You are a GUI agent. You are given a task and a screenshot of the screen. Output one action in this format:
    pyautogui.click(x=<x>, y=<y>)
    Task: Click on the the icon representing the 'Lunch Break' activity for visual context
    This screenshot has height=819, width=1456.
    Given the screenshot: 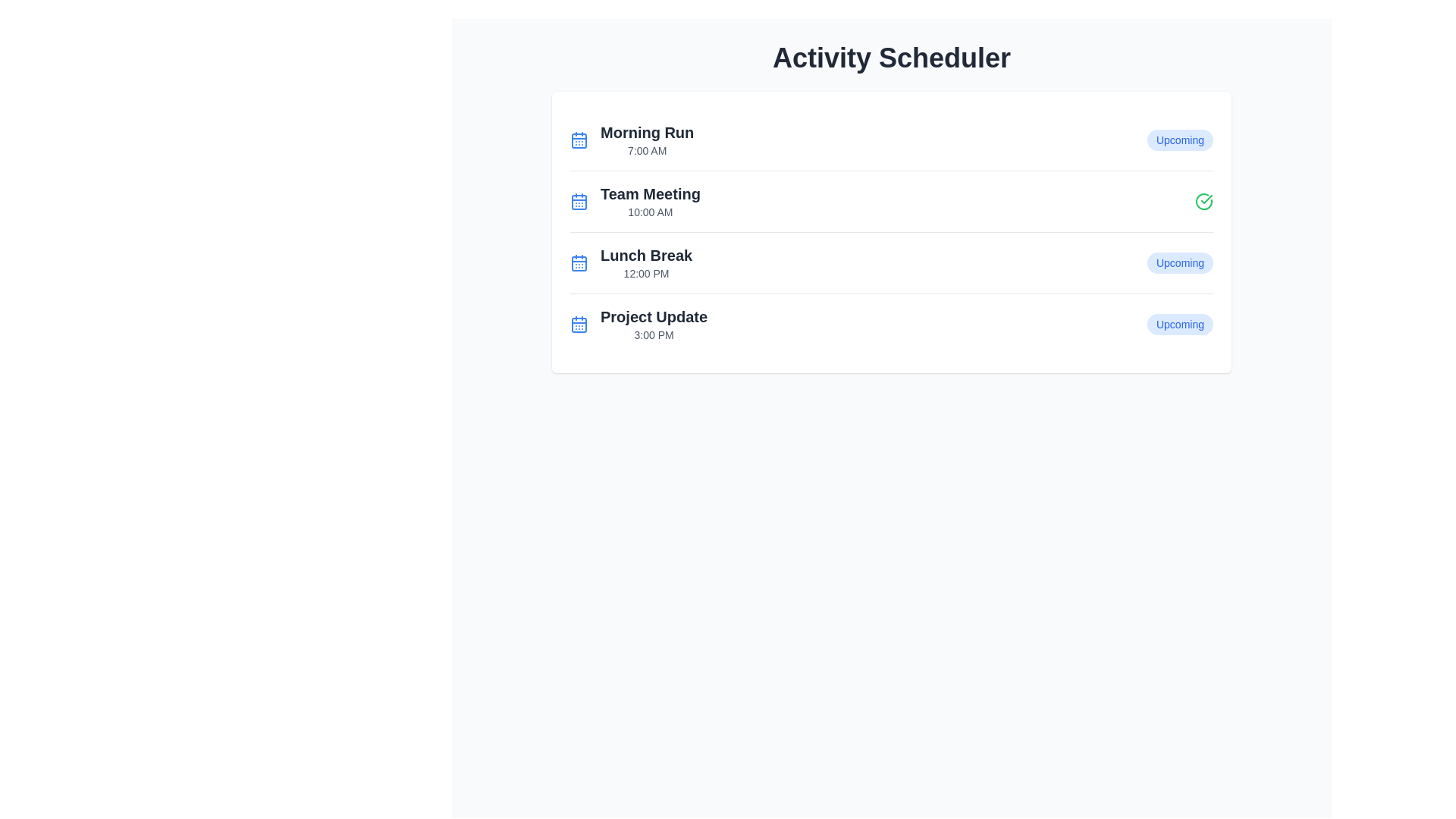 What is the action you would take?
    pyautogui.click(x=578, y=262)
    